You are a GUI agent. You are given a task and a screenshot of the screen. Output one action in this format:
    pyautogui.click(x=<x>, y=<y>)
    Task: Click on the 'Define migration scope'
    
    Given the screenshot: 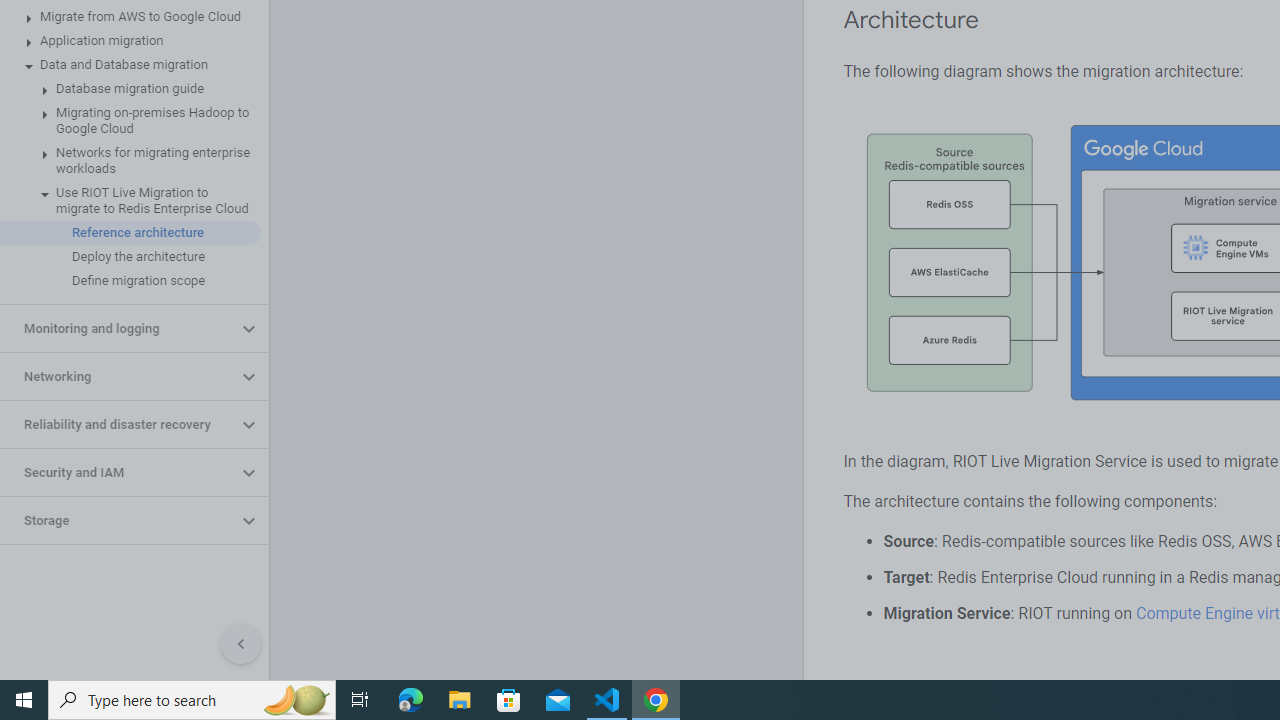 What is the action you would take?
    pyautogui.click(x=129, y=281)
    